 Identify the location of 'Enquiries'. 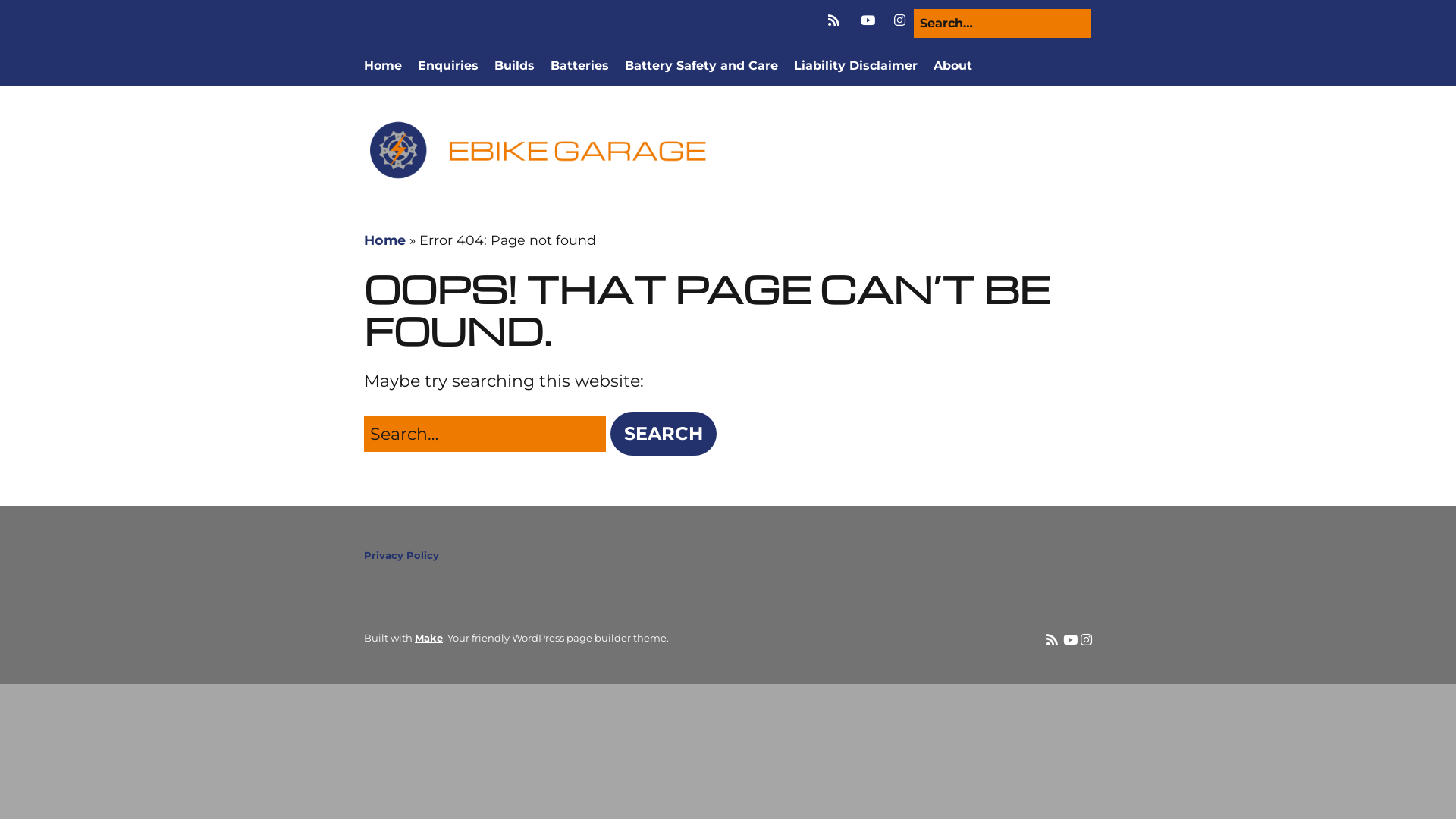
(447, 65).